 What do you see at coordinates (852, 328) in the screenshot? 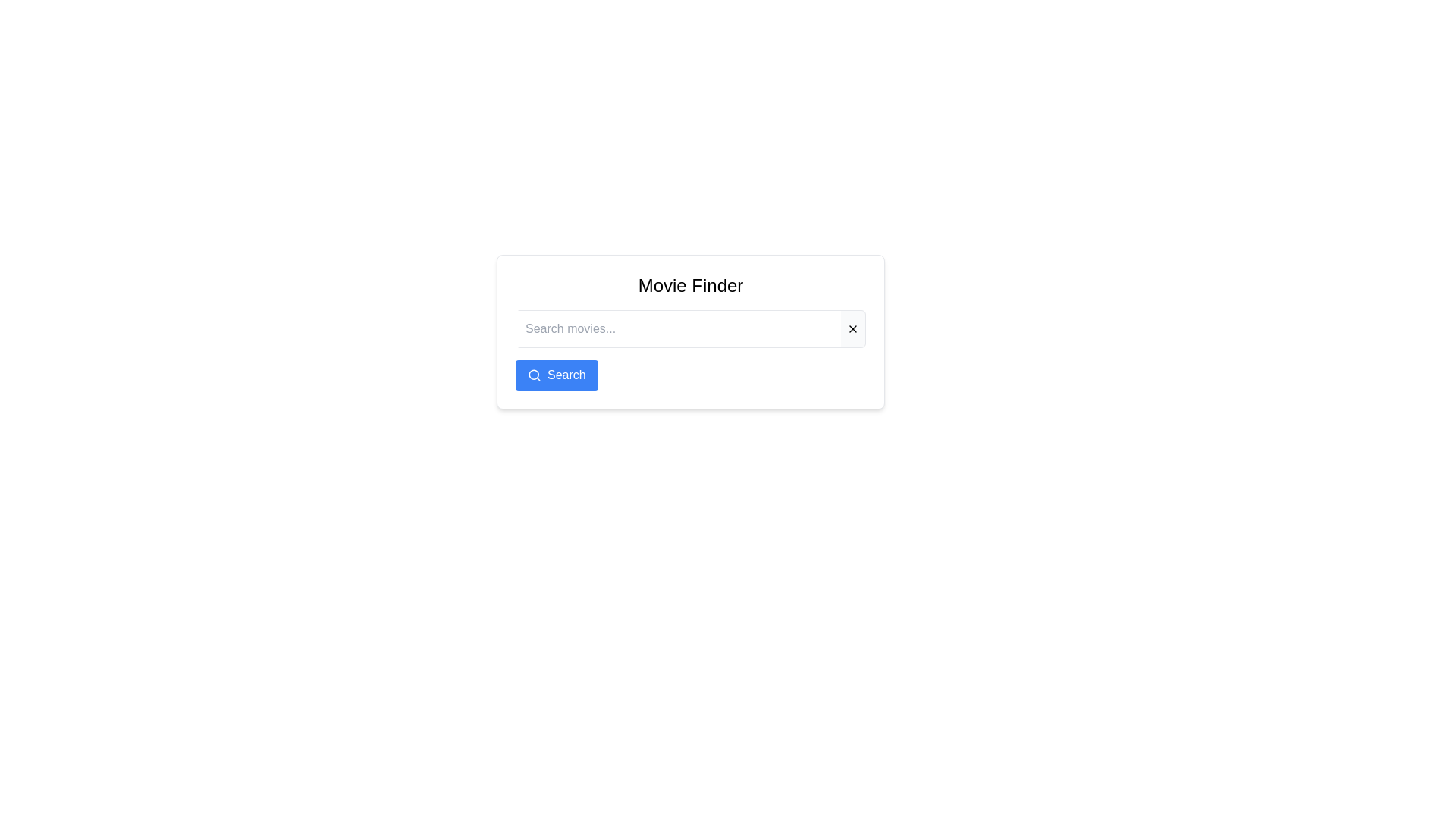
I see `the clear button represented by an 'X' shape icon, positioned at the far right of the text input field, to erase all user-entered text` at bounding box center [852, 328].